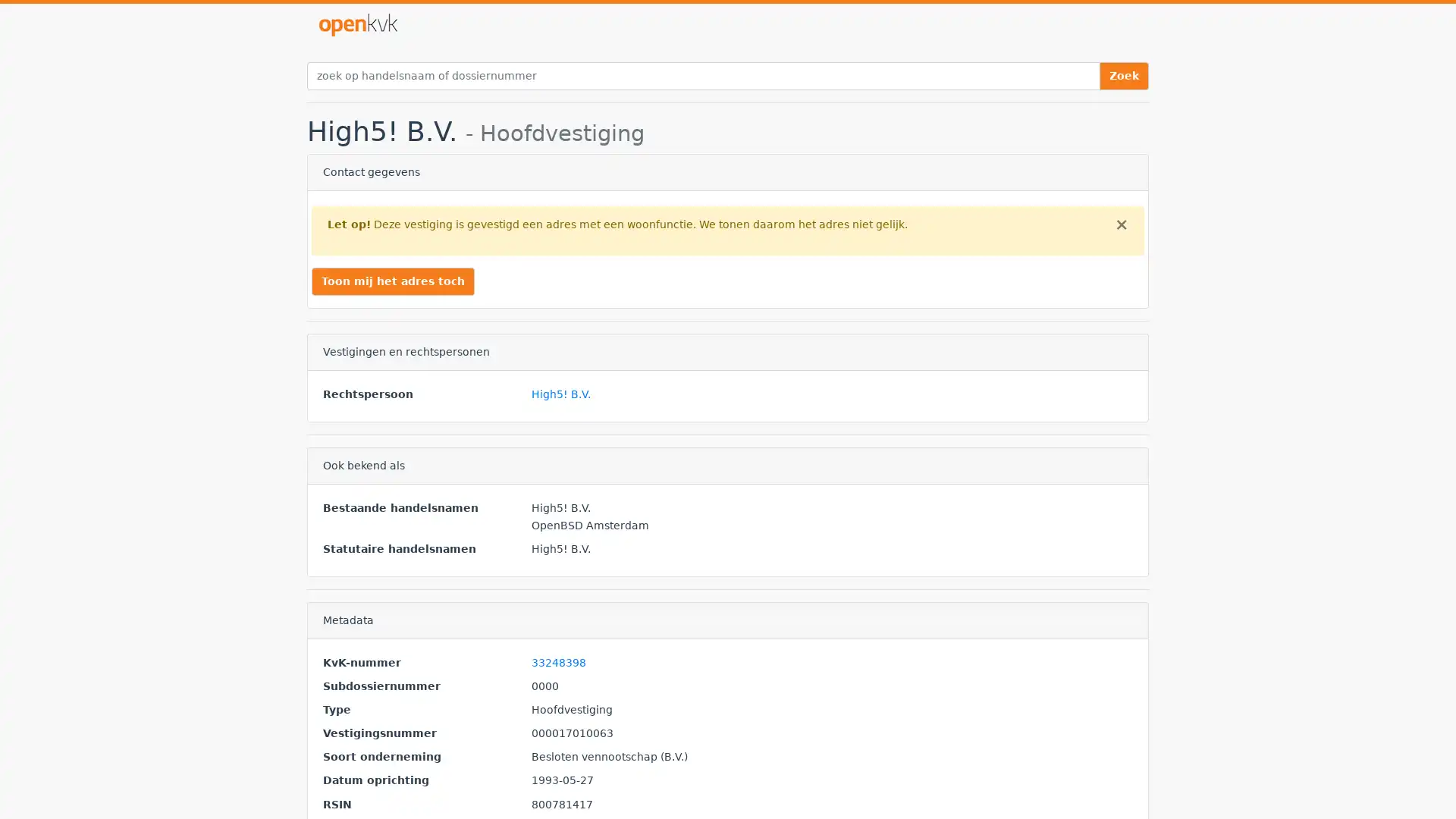 The image size is (1456, 819). Describe the element at coordinates (1124, 75) in the screenshot. I see `Zoek` at that location.